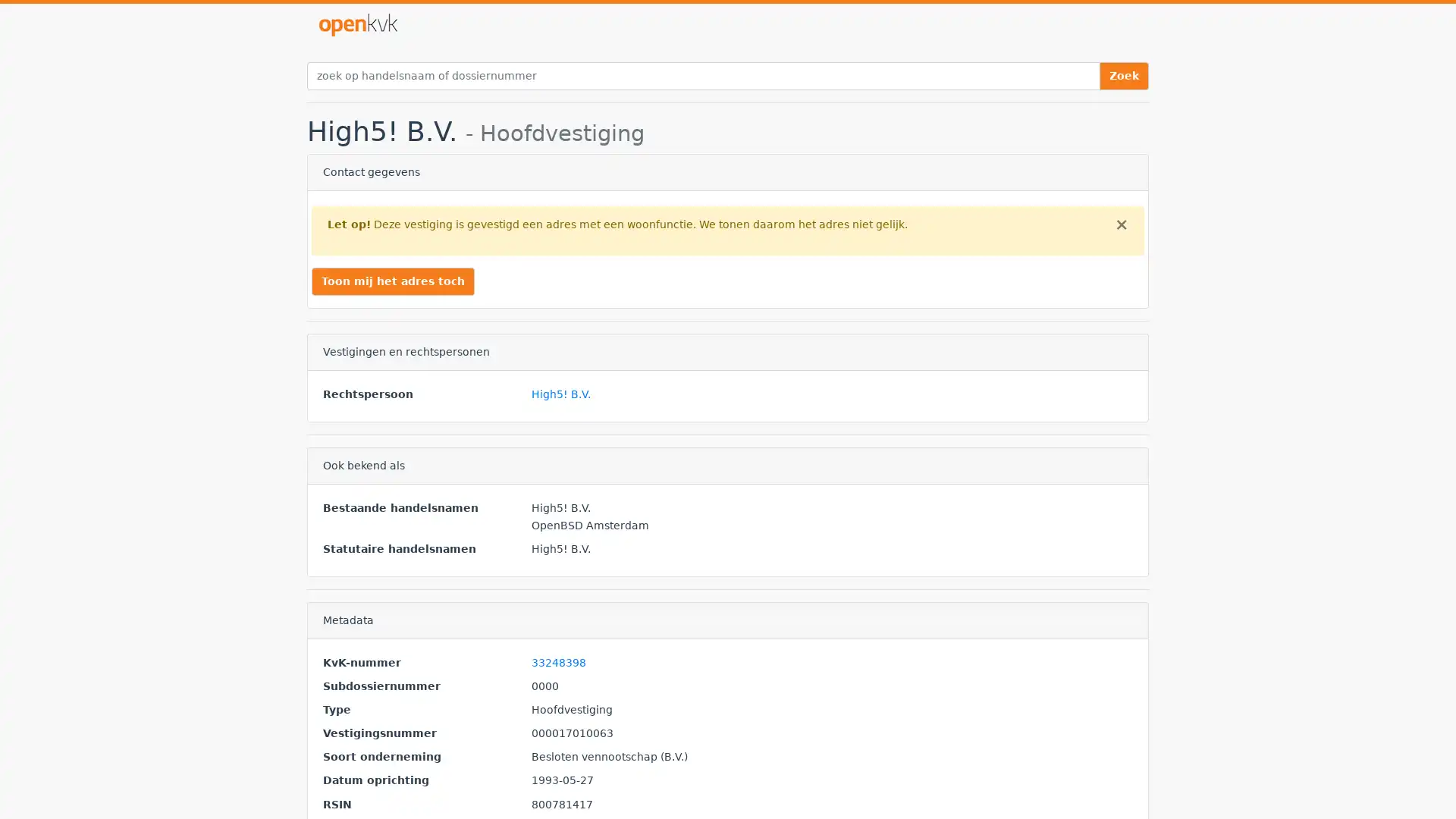 The image size is (1456, 819). Describe the element at coordinates (1124, 75) in the screenshot. I see `Zoek` at that location.